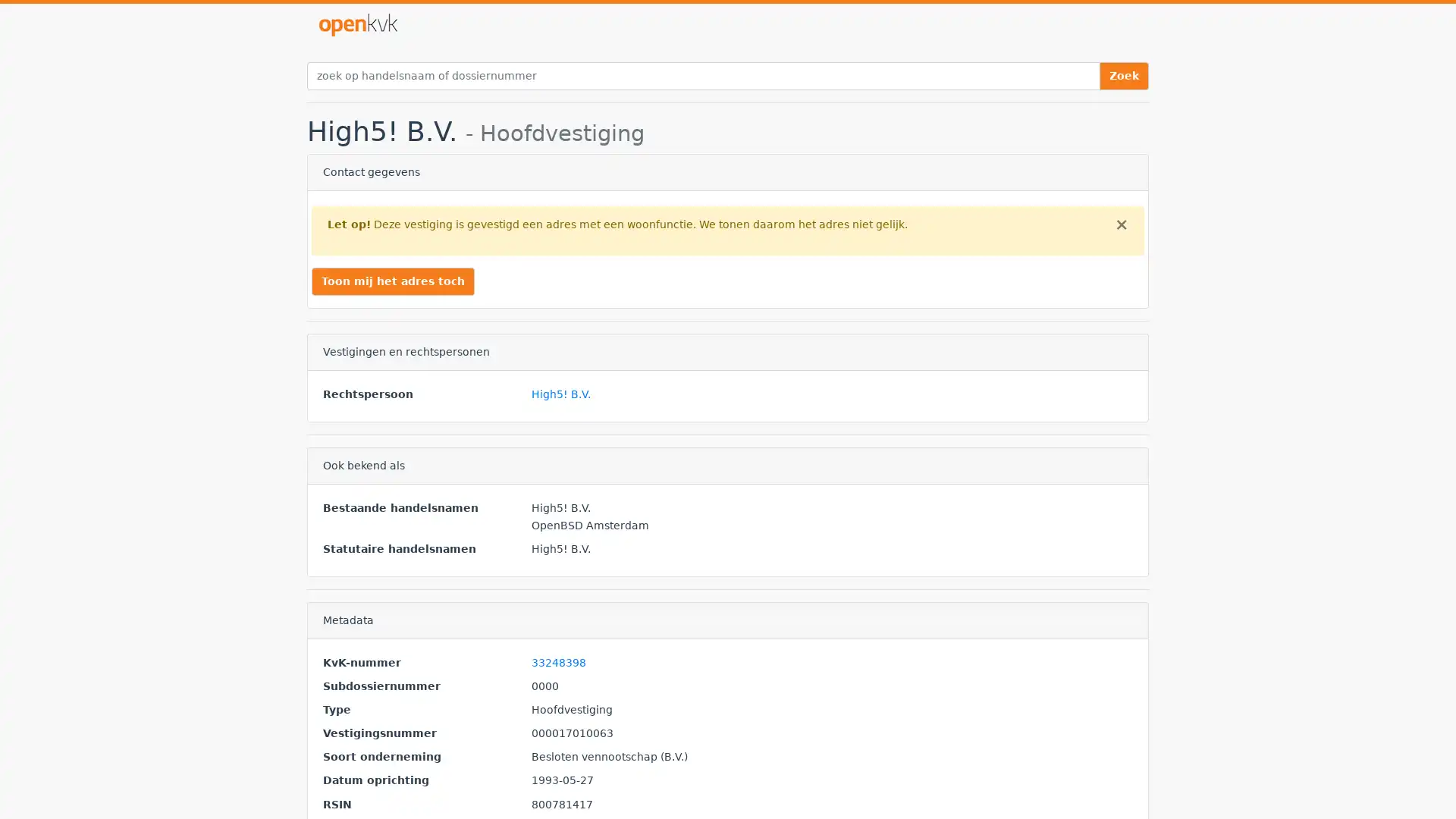 The image size is (1456, 819). Describe the element at coordinates (1124, 75) in the screenshot. I see `Zoek` at that location.